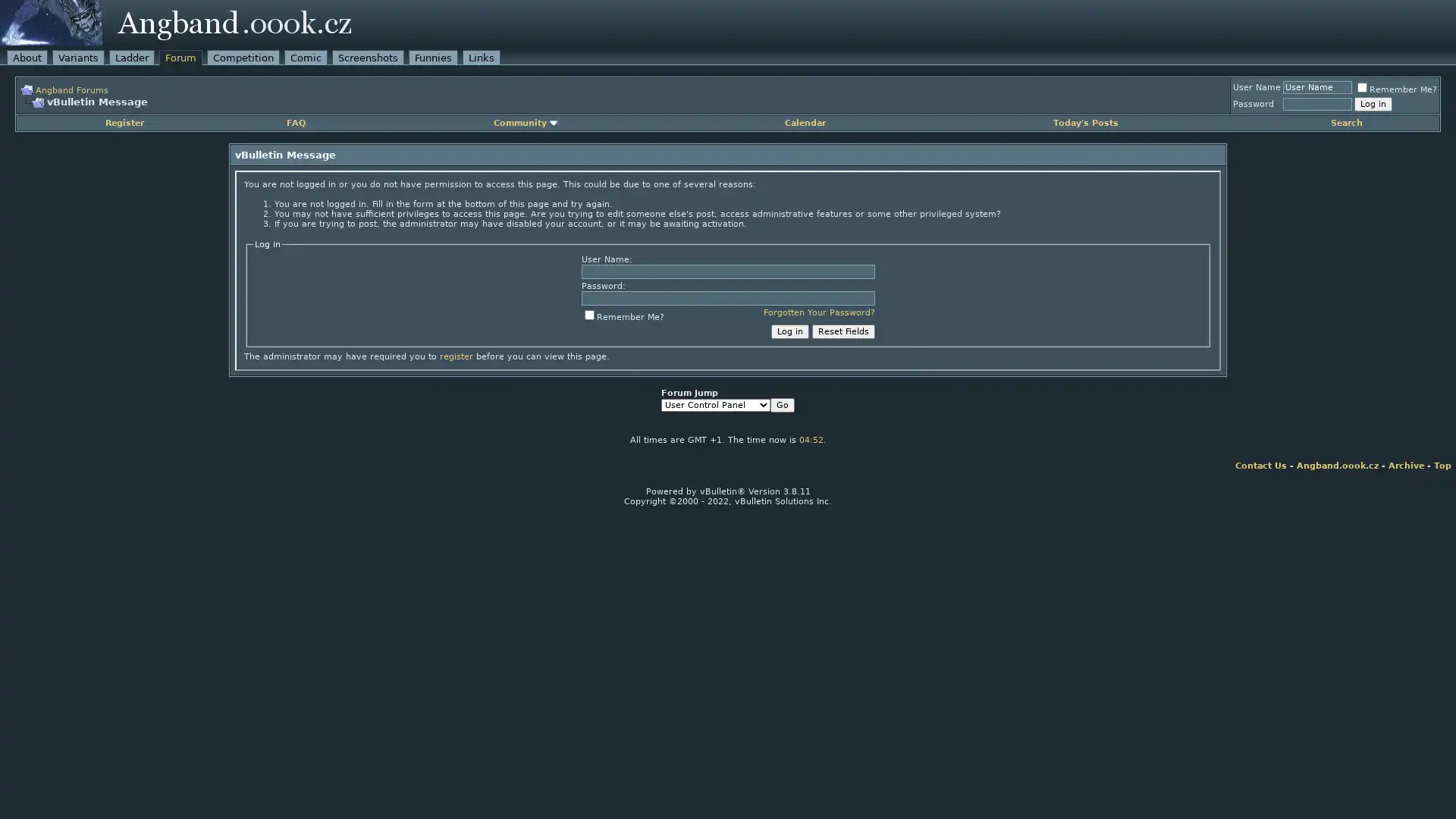 The height and width of the screenshot is (819, 1456). Describe the element at coordinates (842, 330) in the screenshot. I see `Reset Fields` at that location.